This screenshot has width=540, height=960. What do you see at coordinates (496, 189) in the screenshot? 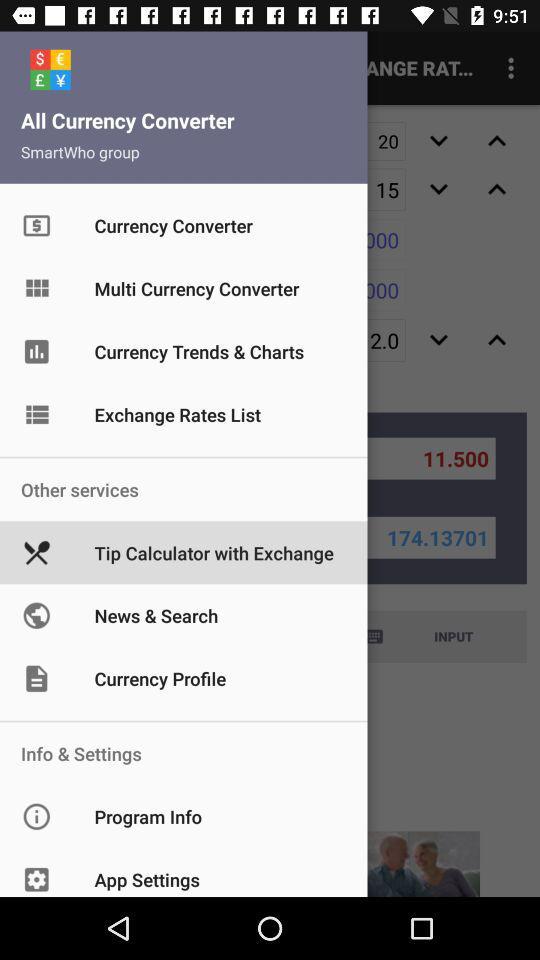
I see `the expand_less icon` at bounding box center [496, 189].